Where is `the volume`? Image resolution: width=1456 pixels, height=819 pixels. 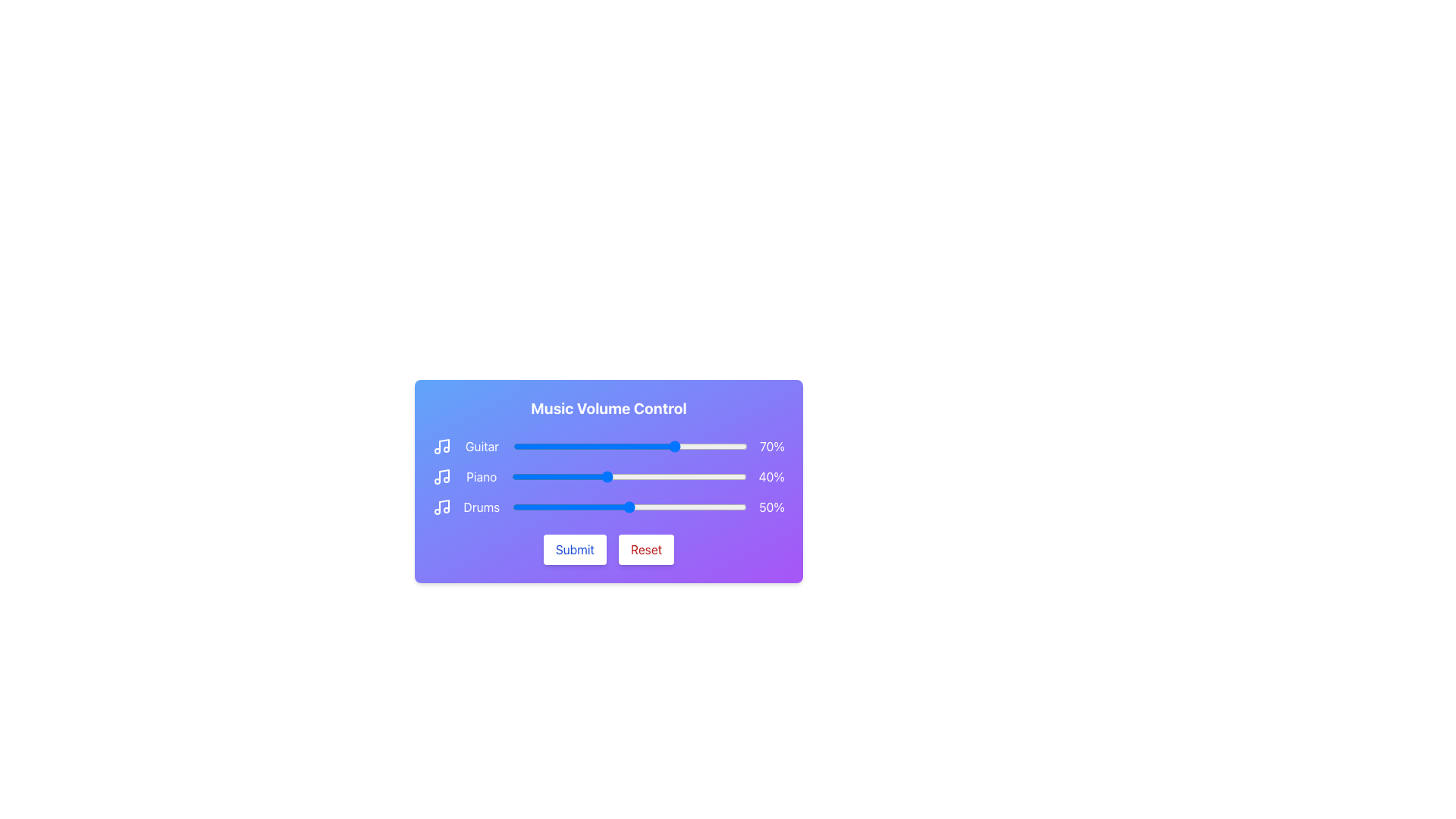 the volume is located at coordinates (629, 507).